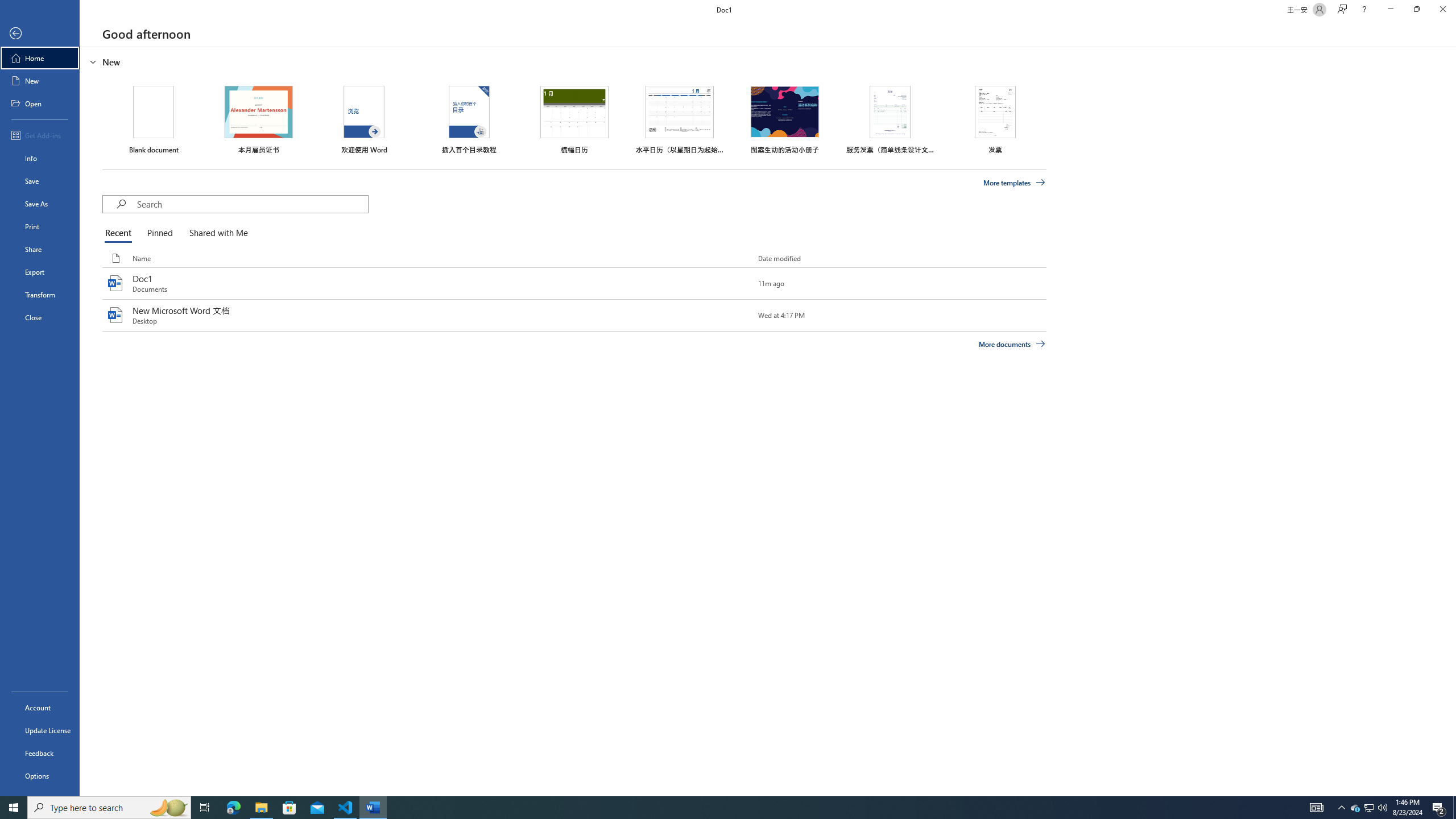 The width and height of the screenshot is (1456, 819). Describe the element at coordinates (39, 753) in the screenshot. I see `'Feedback'` at that location.